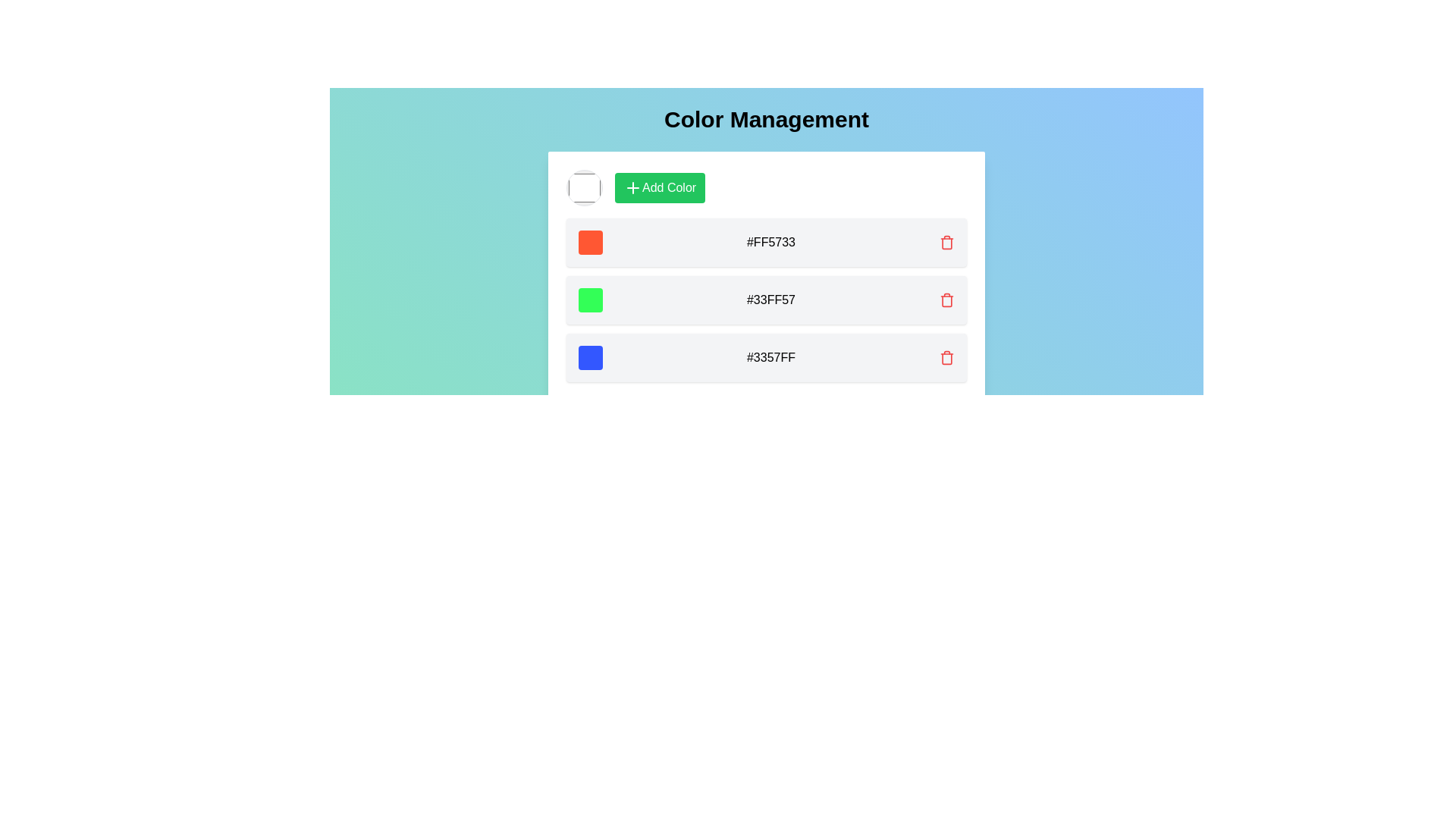  I want to click on the second ListItem in the vertical list, which has a light gray background, a green square on the left, a color code '#33FF57' in the middle, and a red delete icon on the right, so click(767, 275).